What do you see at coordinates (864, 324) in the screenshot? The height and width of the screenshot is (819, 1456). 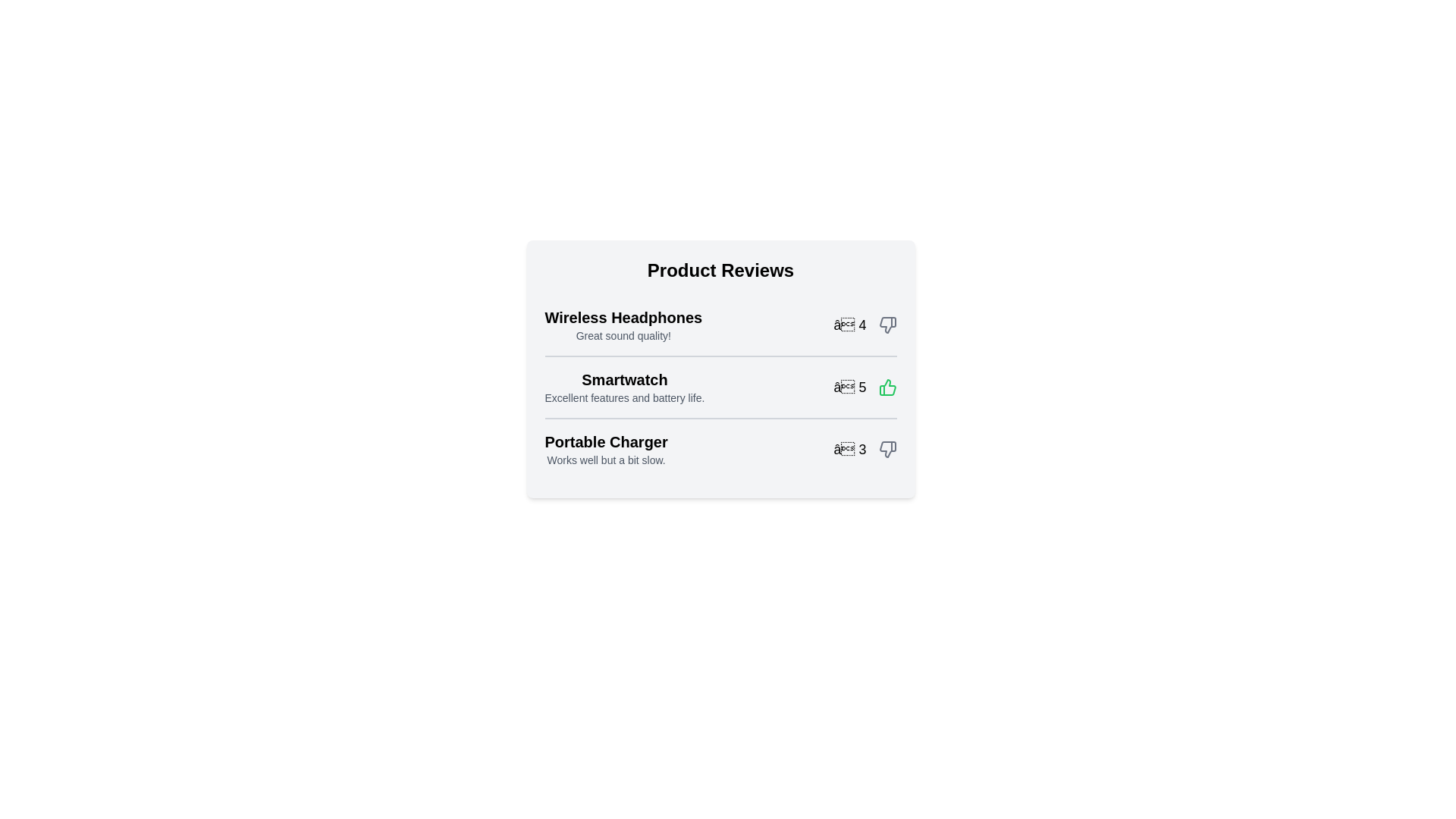 I see `the rating score of a specific review to inspect its value` at bounding box center [864, 324].